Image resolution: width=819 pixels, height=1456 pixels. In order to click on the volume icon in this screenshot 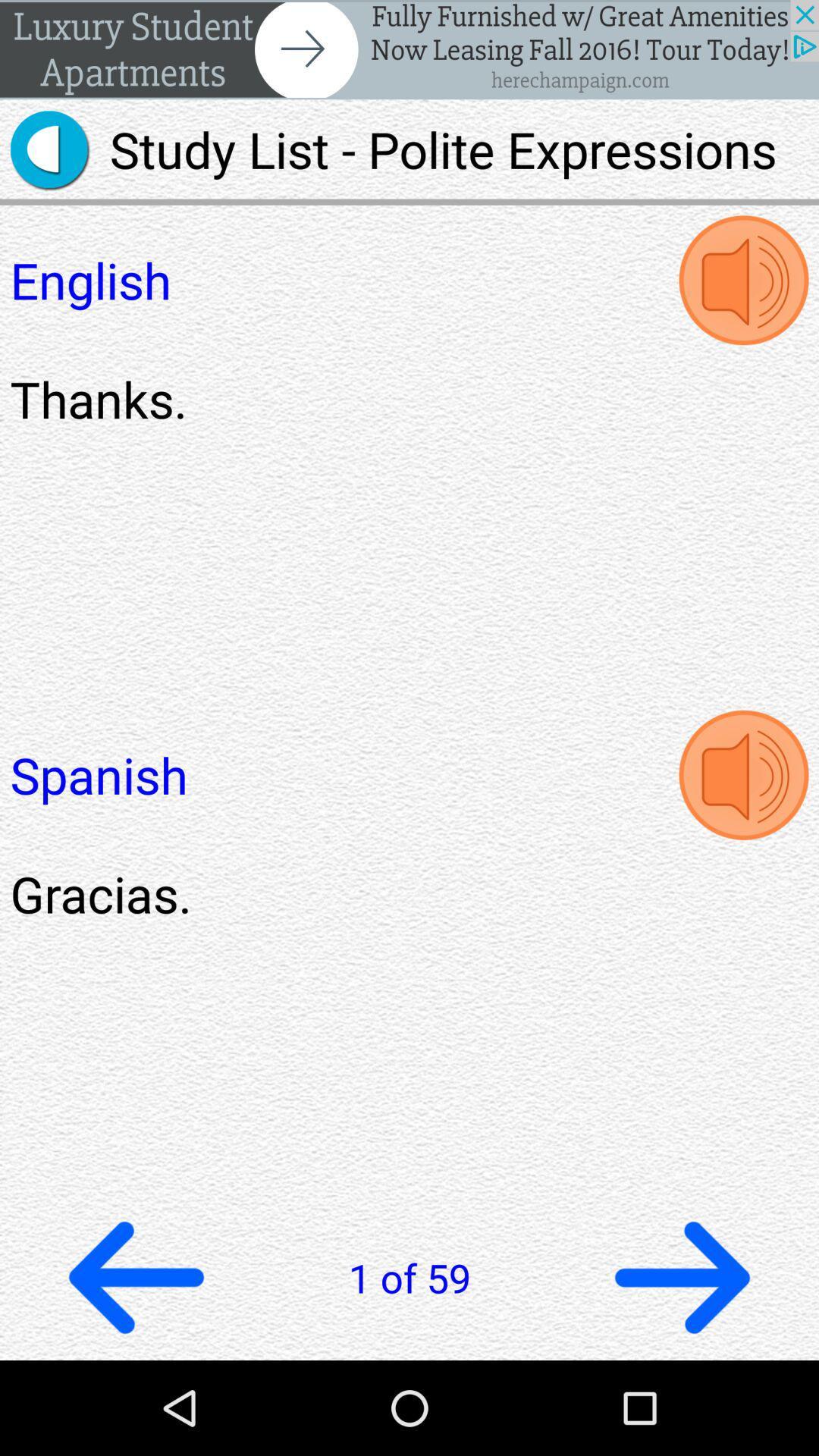, I will do `click(742, 300)`.